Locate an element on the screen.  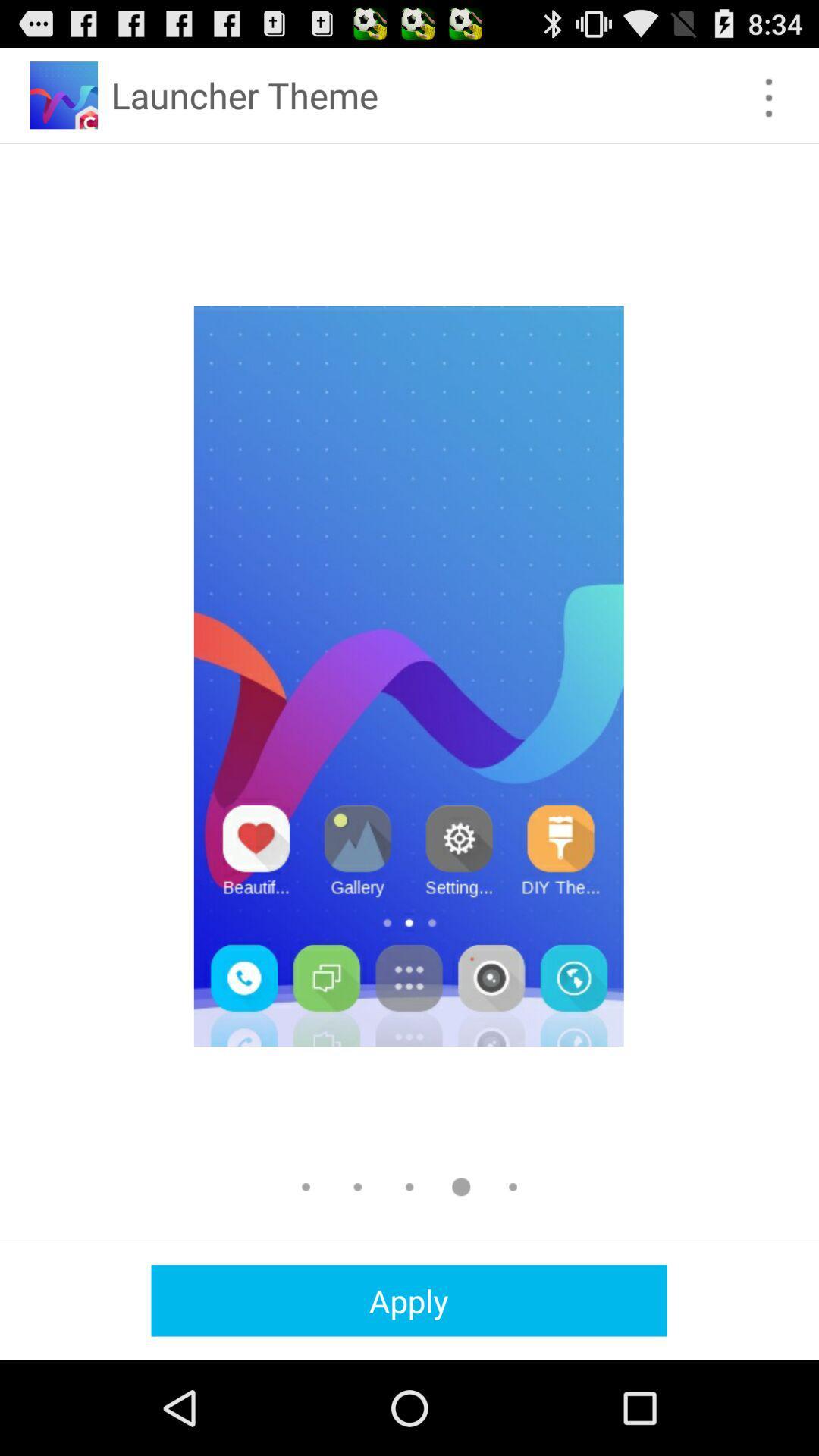
open settings is located at coordinates (769, 97).